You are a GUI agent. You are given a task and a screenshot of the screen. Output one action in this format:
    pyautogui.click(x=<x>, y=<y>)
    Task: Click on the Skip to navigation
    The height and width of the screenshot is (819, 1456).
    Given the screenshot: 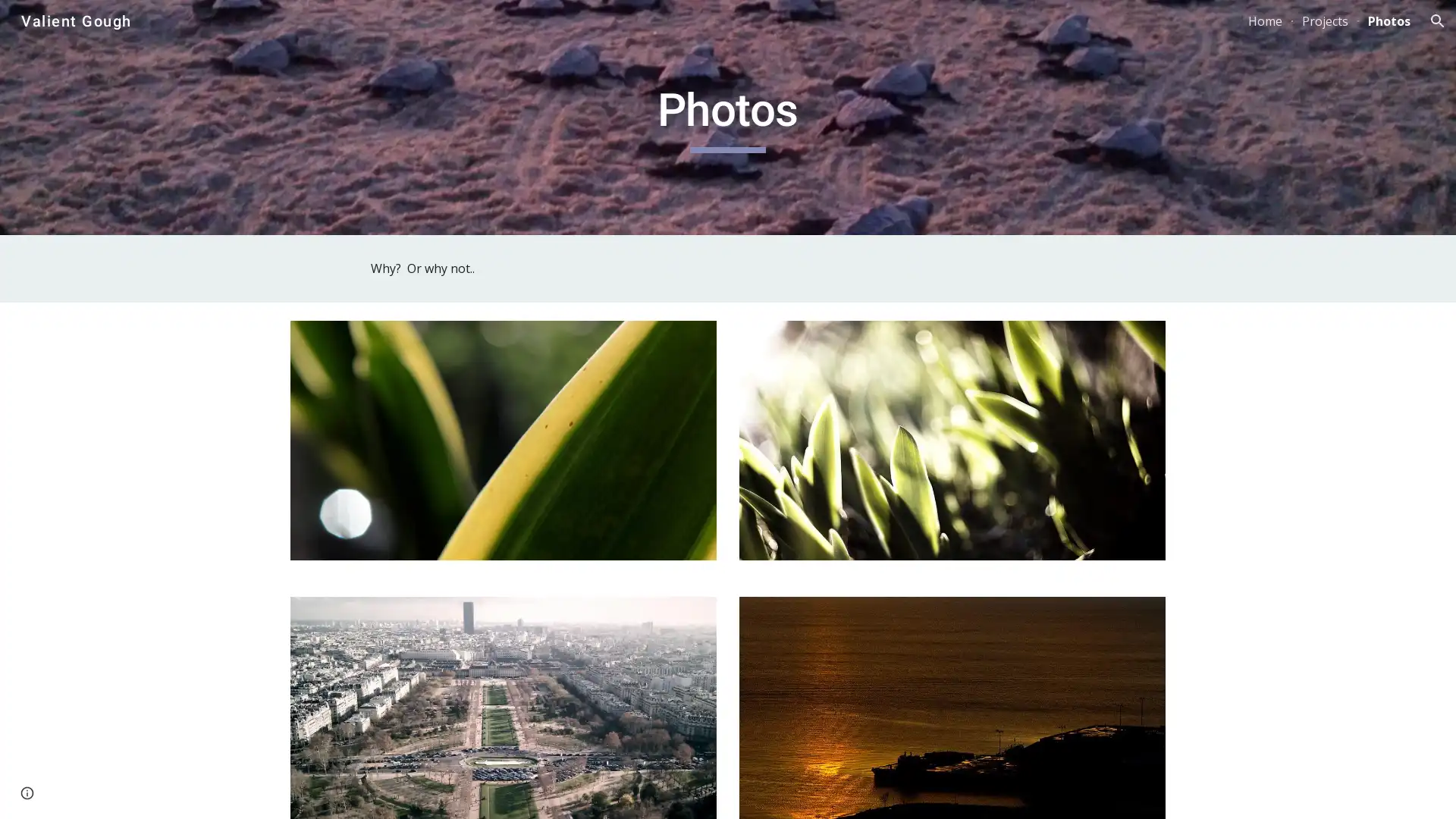 What is the action you would take?
    pyautogui.click(x=864, y=28)
    